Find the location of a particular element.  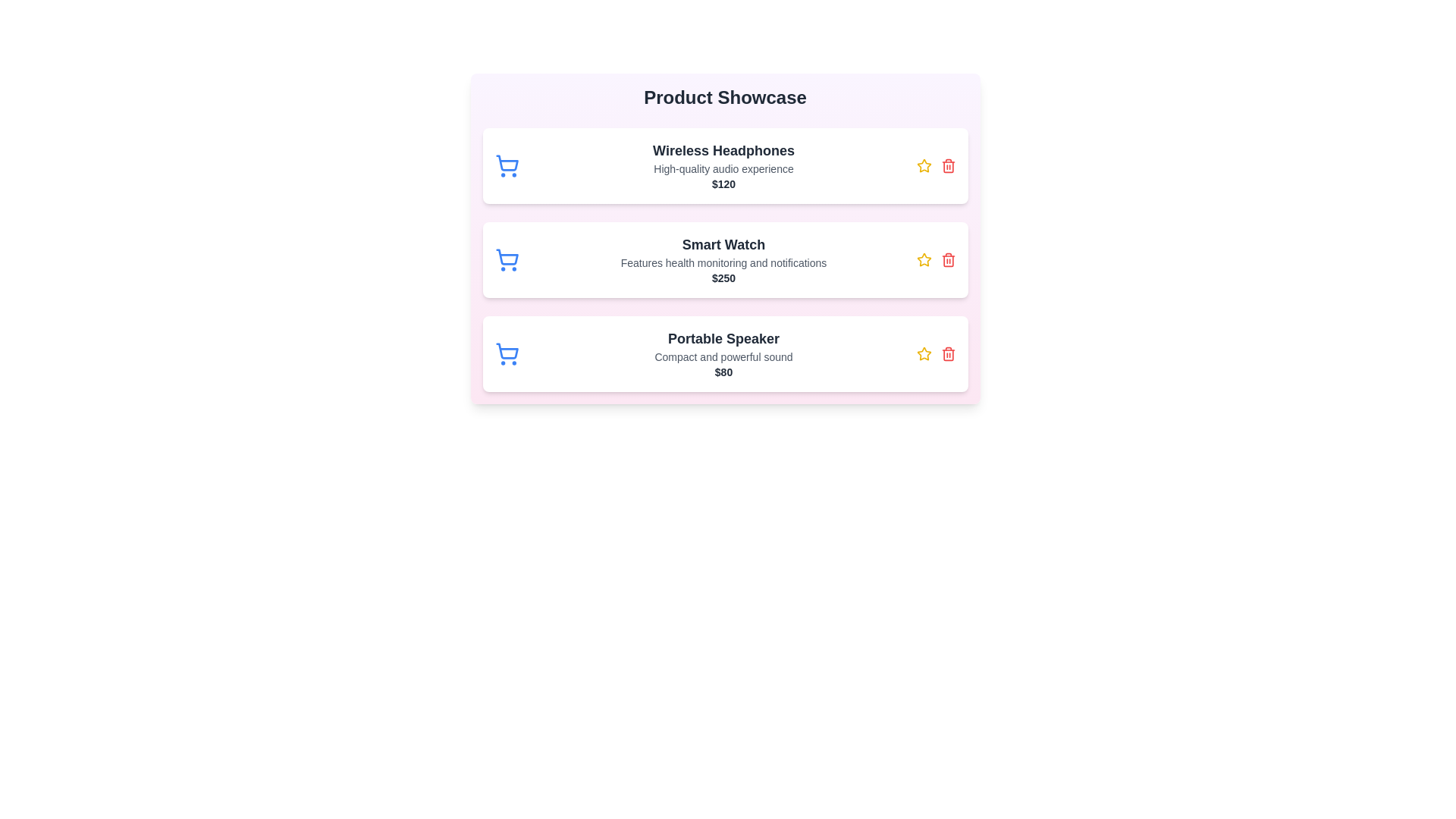

the shopping cart icon for the product Portable Speaker is located at coordinates (507, 353).